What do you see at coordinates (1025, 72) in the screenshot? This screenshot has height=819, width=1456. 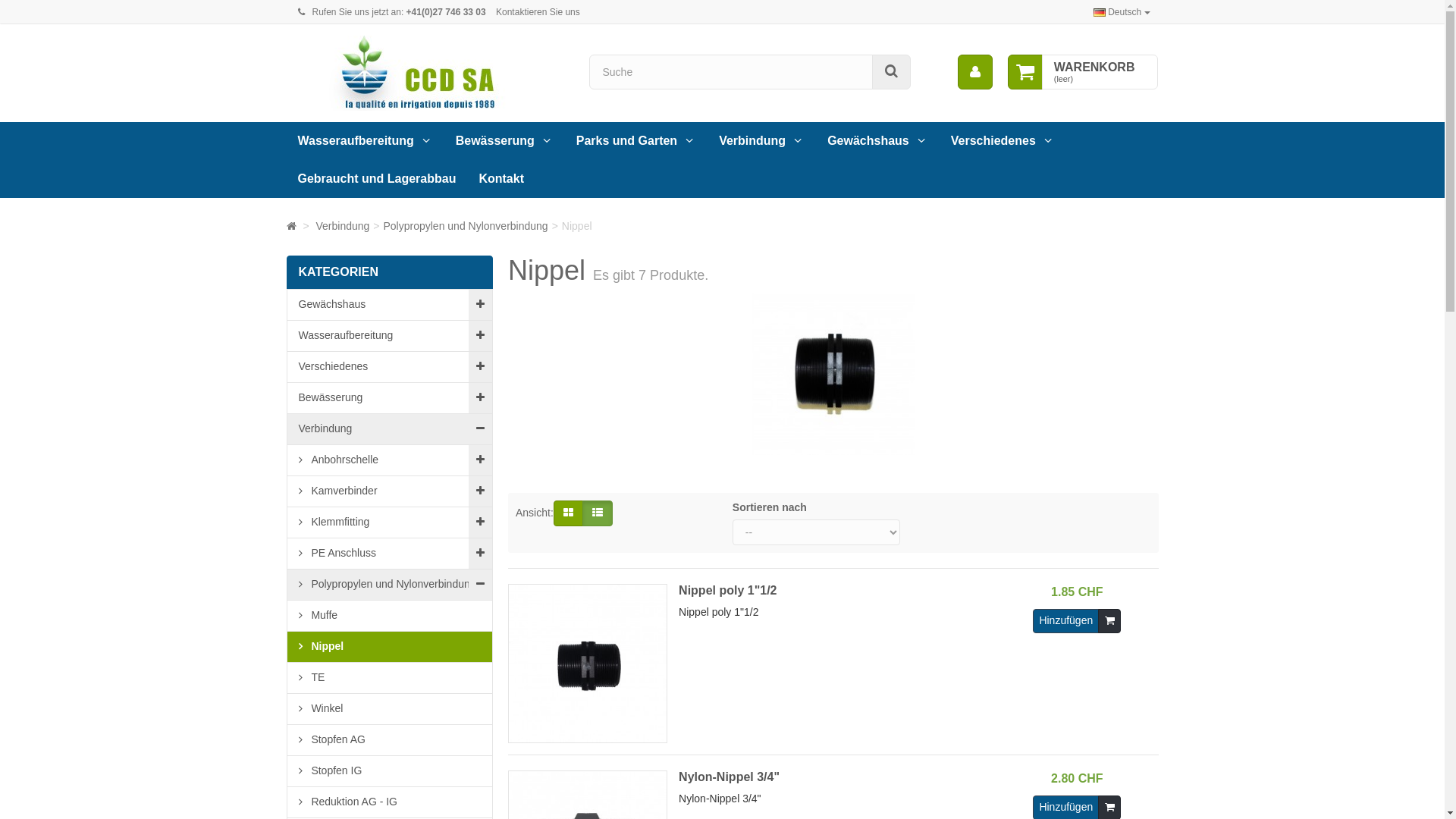 I see `'Ansehen mein Warenkorb'` at bounding box center [1025, 72].